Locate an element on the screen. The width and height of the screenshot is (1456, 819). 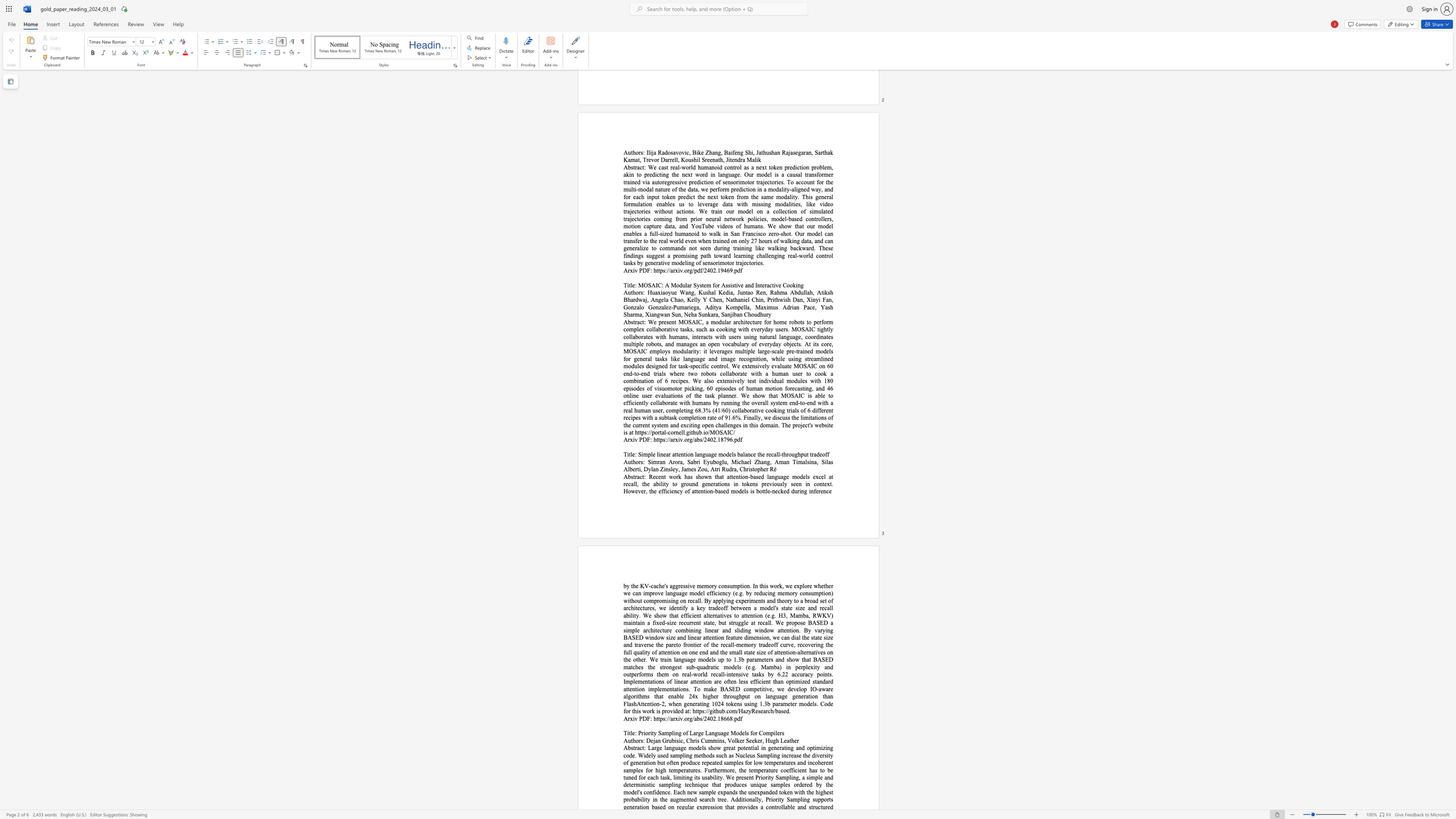
the subset text "str" within the text "Abstract:" is located at coordinates (630, 476).